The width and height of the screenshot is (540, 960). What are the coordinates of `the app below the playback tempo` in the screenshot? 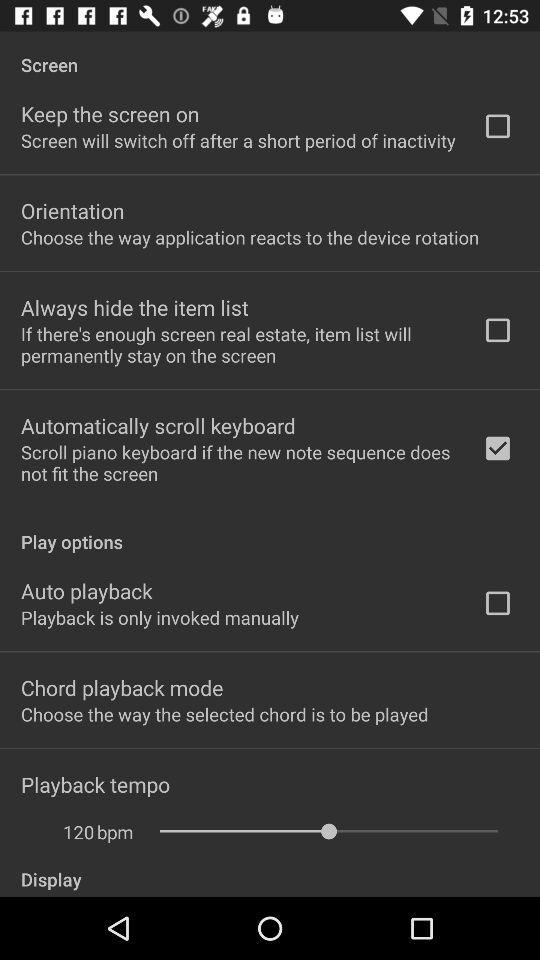 It's located at (115, 832).